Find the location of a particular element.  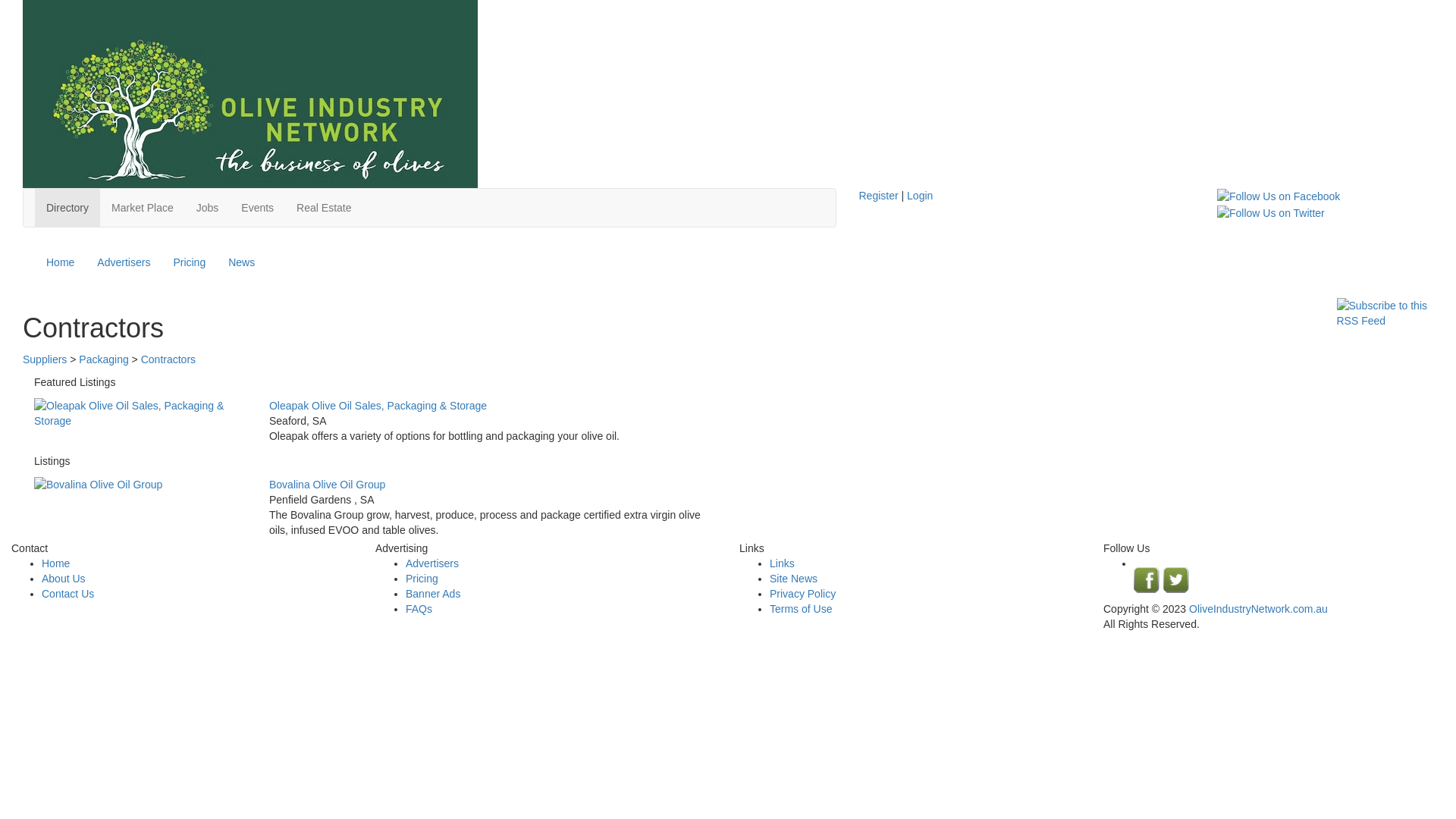

'Contractors' is located at coordinates (168, 359).